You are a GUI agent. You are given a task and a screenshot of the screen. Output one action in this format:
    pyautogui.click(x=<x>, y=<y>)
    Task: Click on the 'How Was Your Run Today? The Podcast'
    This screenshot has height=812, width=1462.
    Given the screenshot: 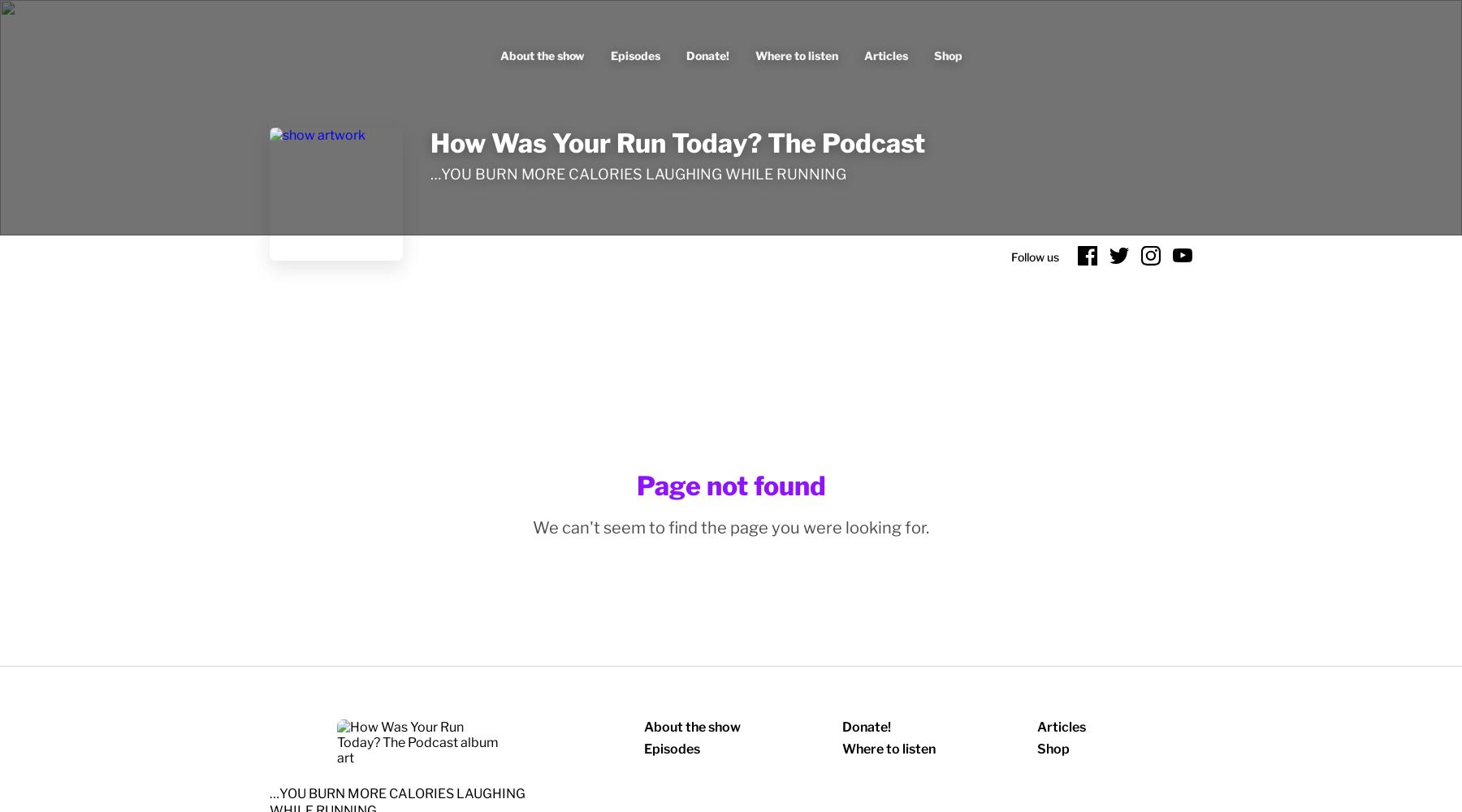 What is the action you would take?
    pyautogui.click(x=677, y=143)
    